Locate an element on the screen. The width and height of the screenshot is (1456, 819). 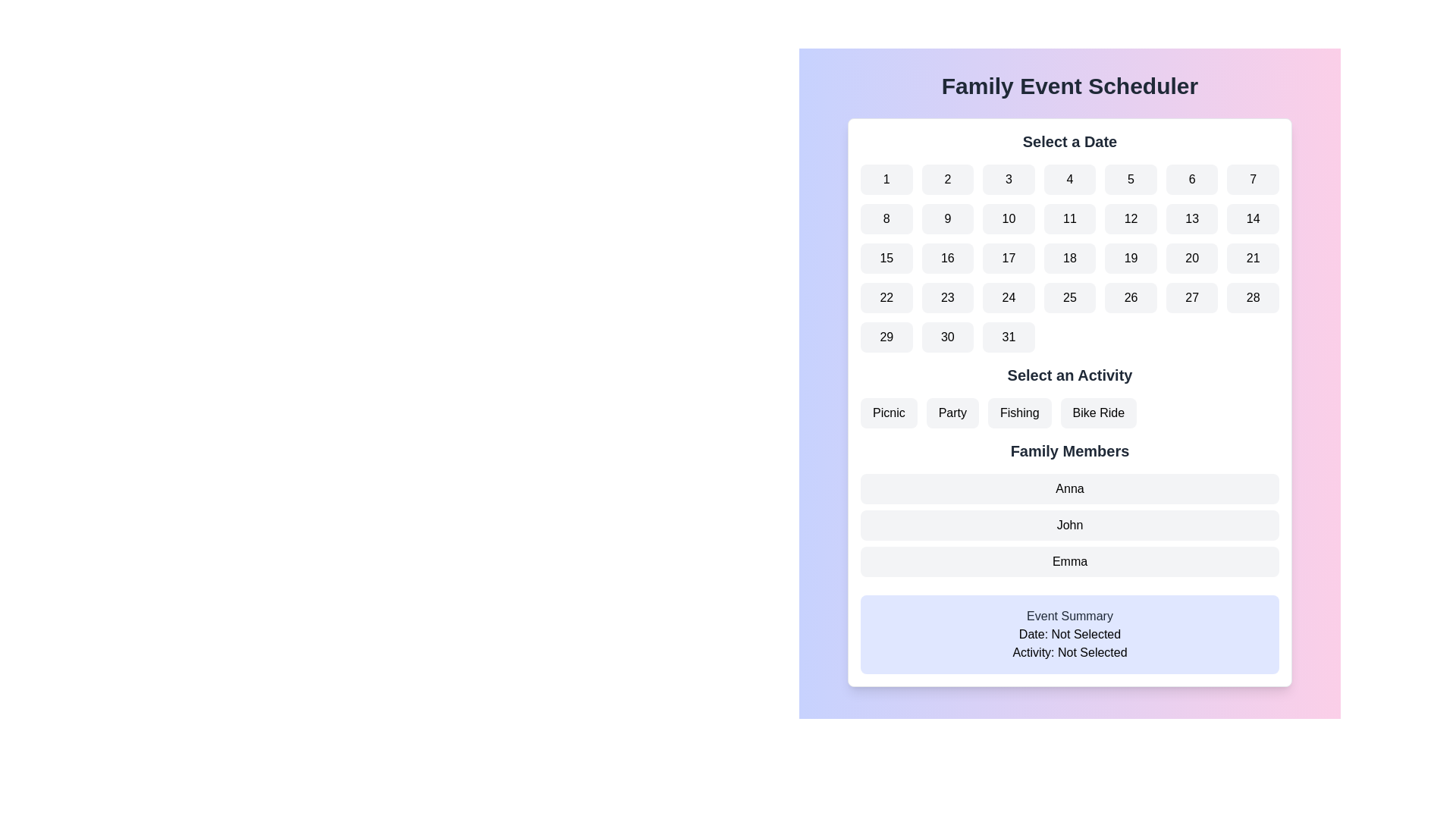
the button labeled '3' with a light gray background and bold black text is located at coordinates (1009, 178).